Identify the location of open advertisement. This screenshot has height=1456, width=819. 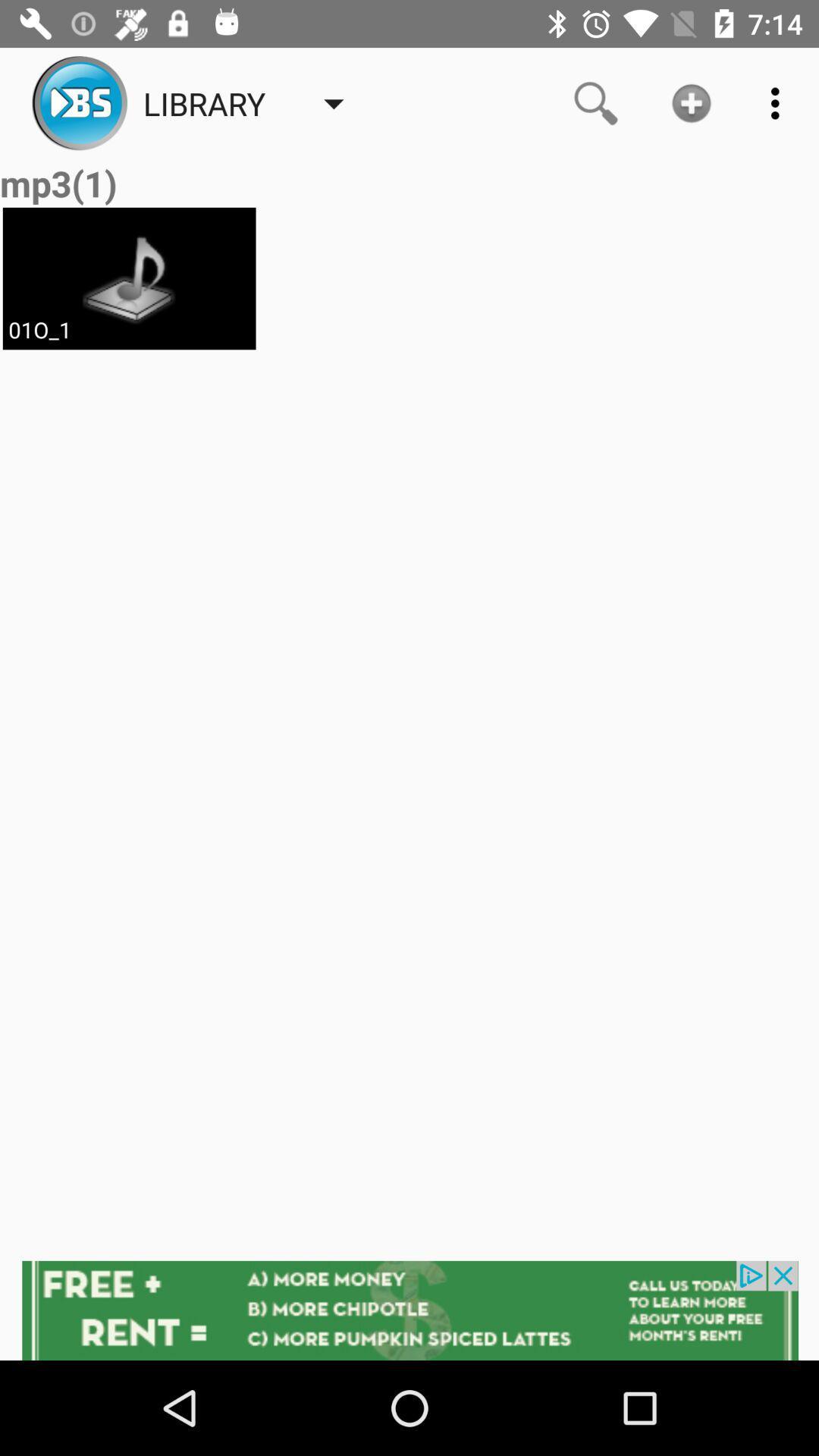
(409, 1310).